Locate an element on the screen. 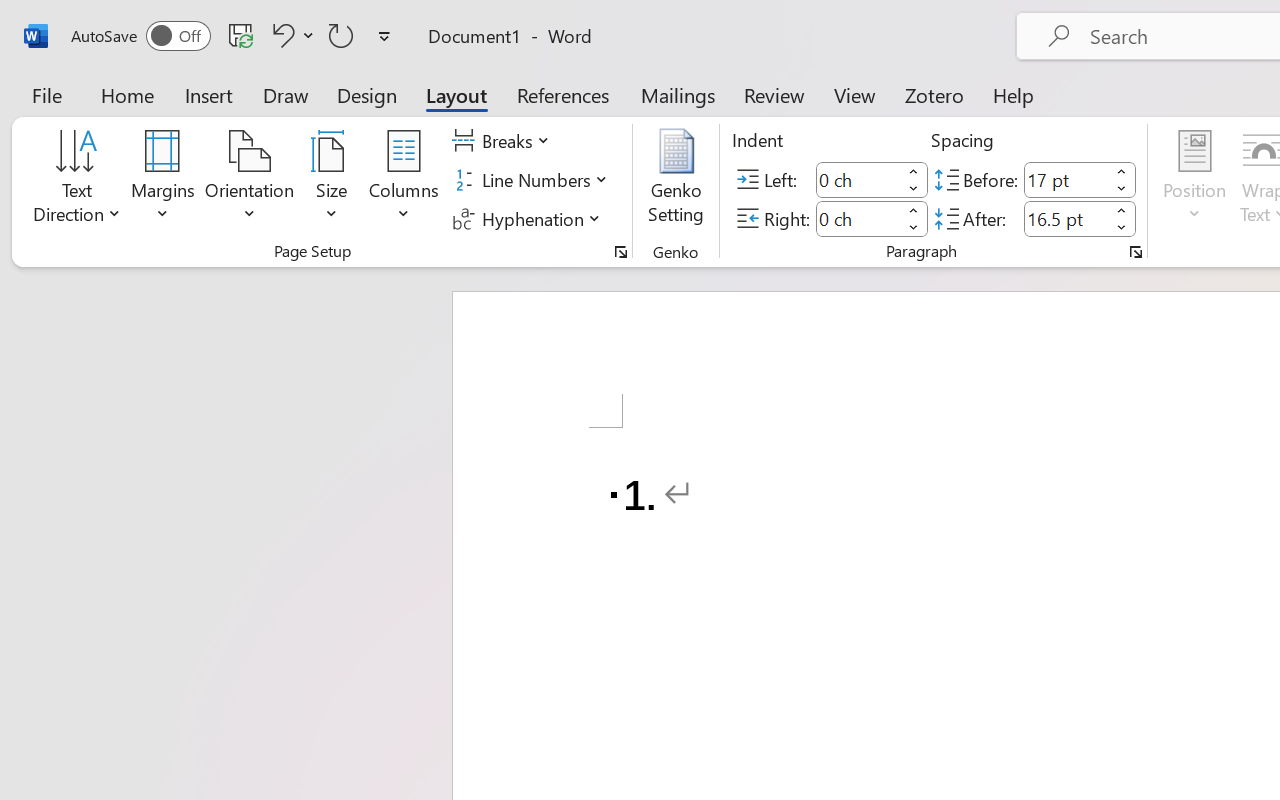  'Hyphenation' is located at coordinates (529, 218).